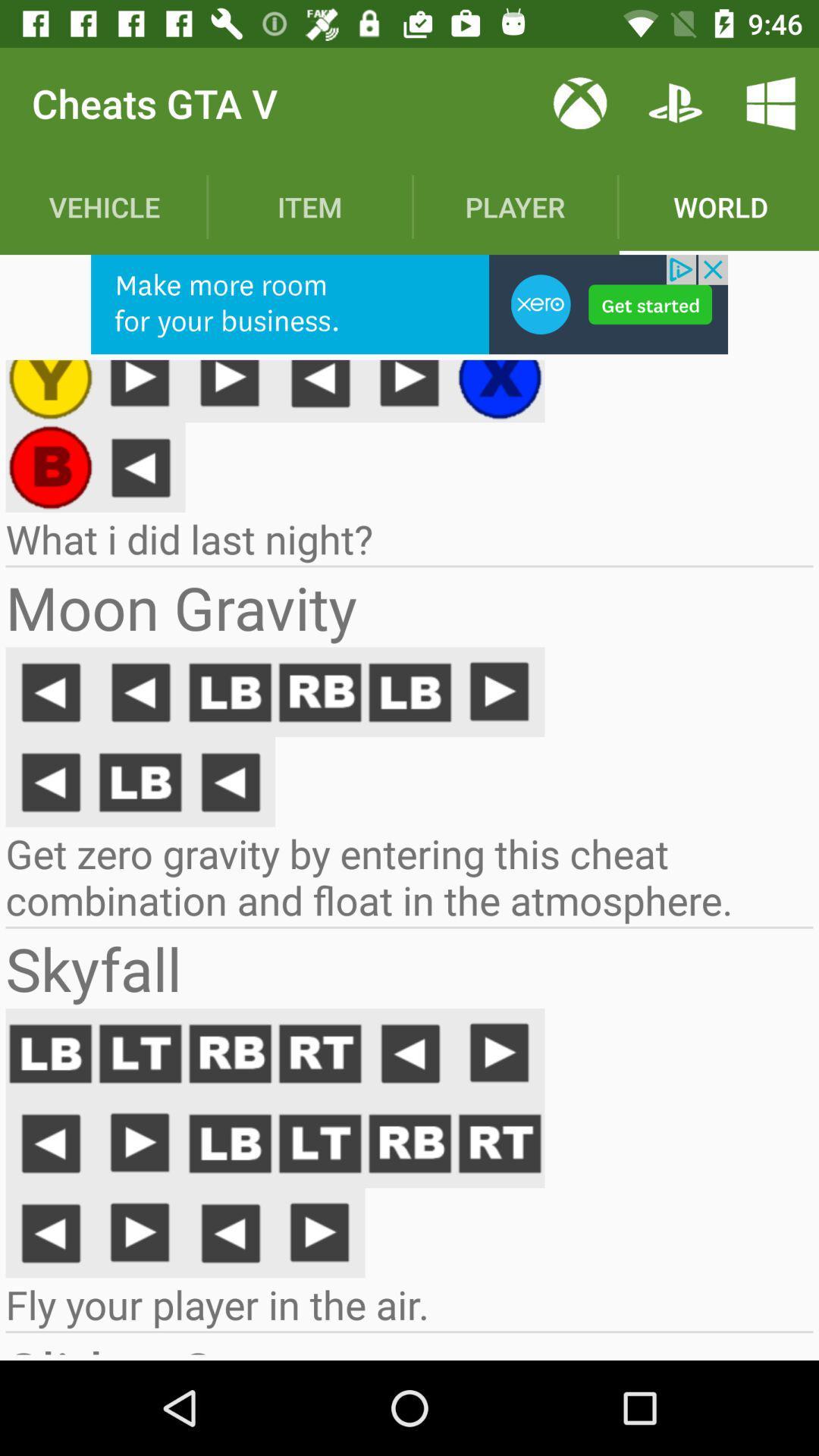 Image resolution: width=819 pixels, height=1456 pixels. I want to click on advertisement option, so click(409, 303).